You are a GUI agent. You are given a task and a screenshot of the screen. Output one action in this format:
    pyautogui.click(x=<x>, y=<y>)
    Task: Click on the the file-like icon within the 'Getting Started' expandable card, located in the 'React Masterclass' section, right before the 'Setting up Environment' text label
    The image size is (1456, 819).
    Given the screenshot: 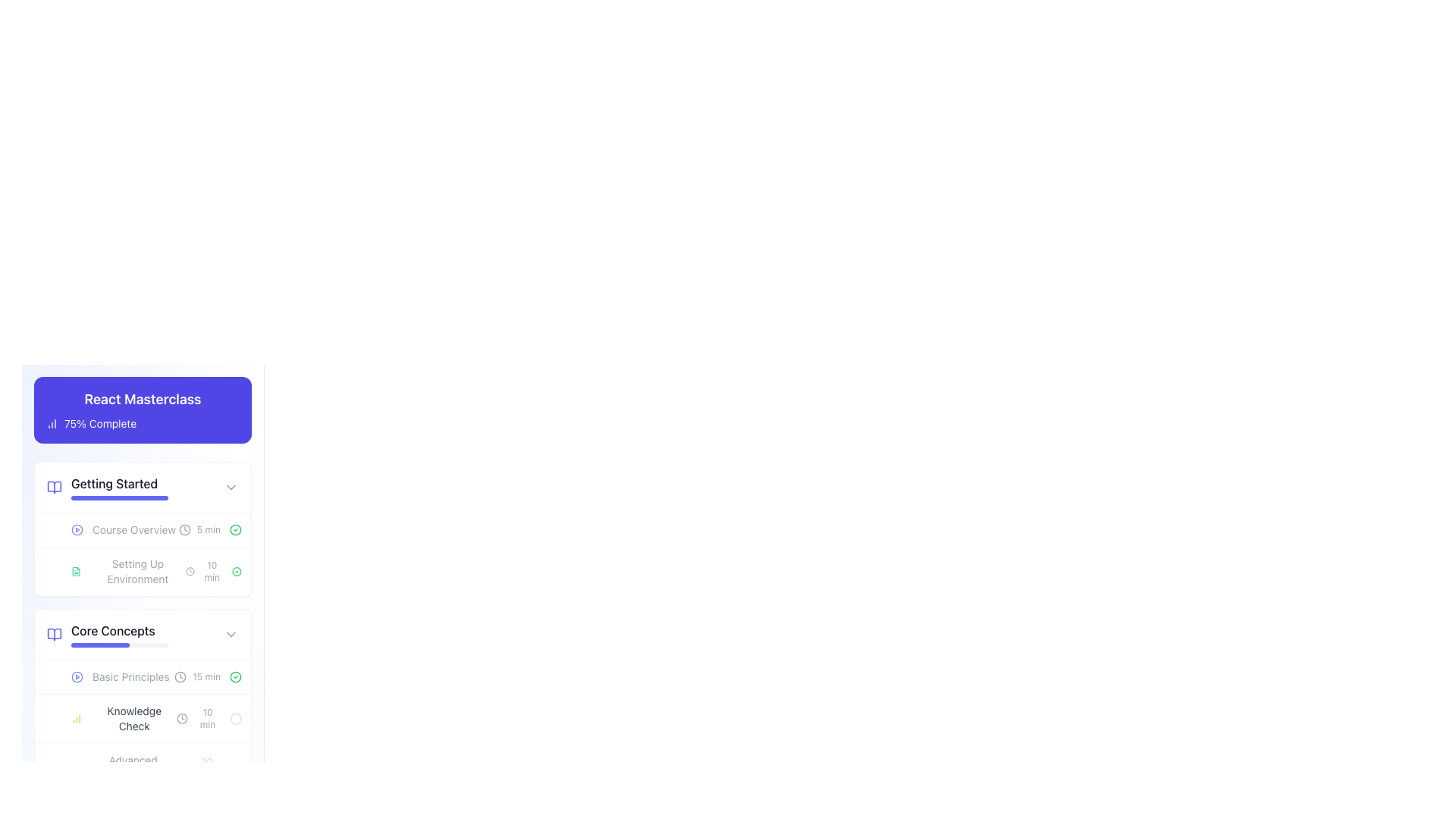 What is the action you would take?
    pyautogui.click(x=75, y=571)
    